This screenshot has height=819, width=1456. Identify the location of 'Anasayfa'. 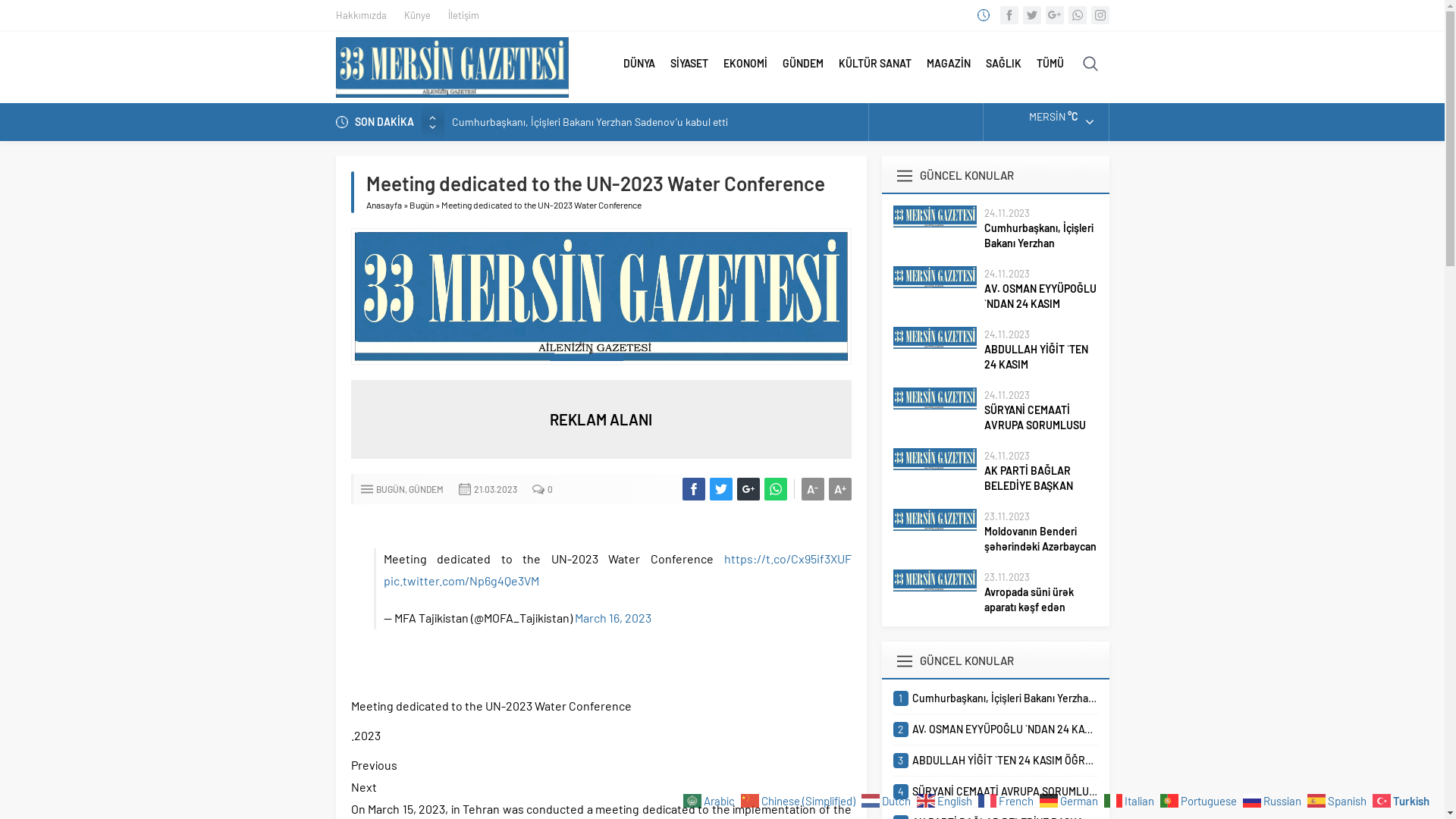
(383, 205).